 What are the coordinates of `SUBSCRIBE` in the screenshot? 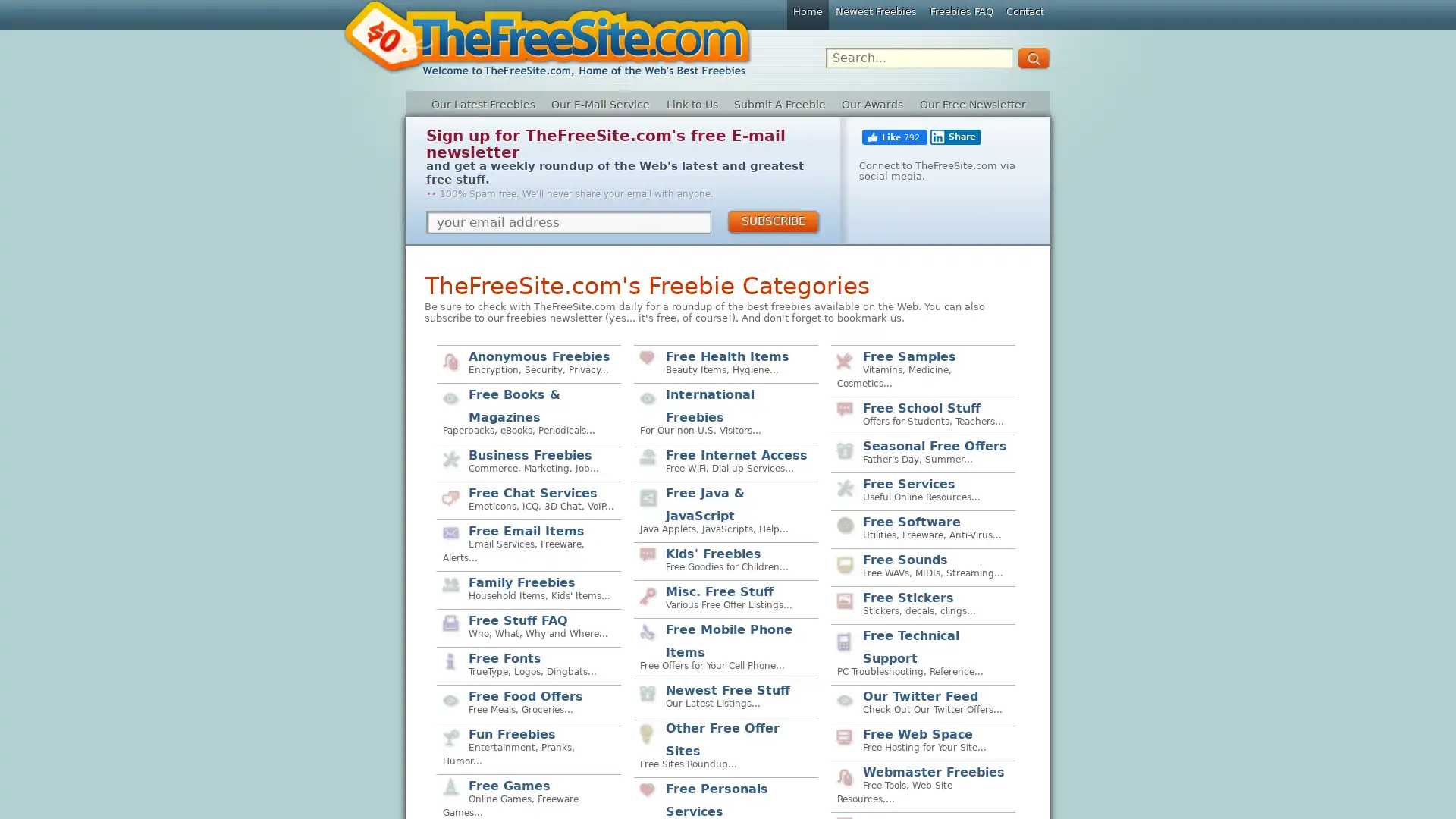 It's located at (773, 221).